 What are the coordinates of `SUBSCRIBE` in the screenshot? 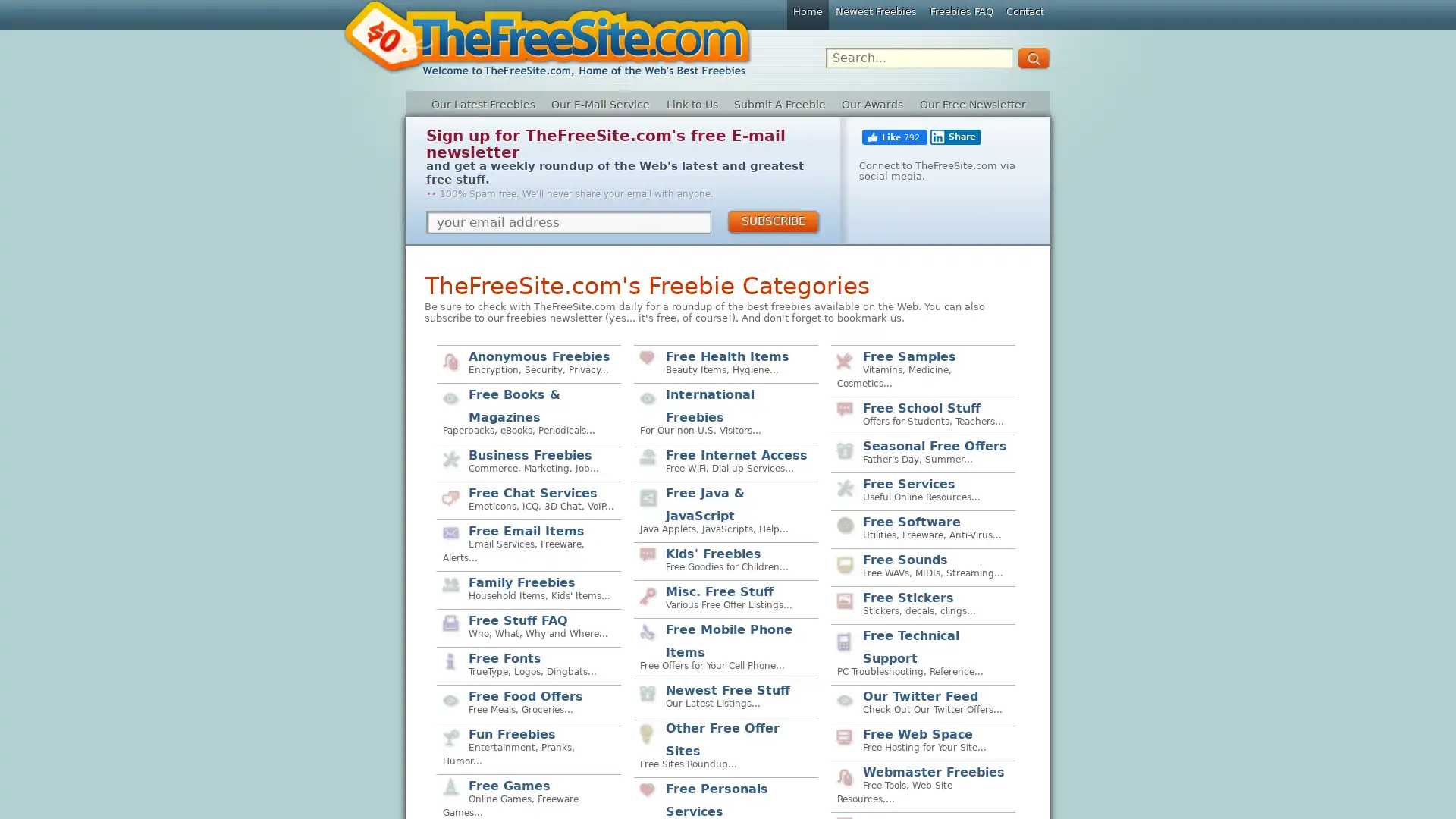 It's located at (773, 221).